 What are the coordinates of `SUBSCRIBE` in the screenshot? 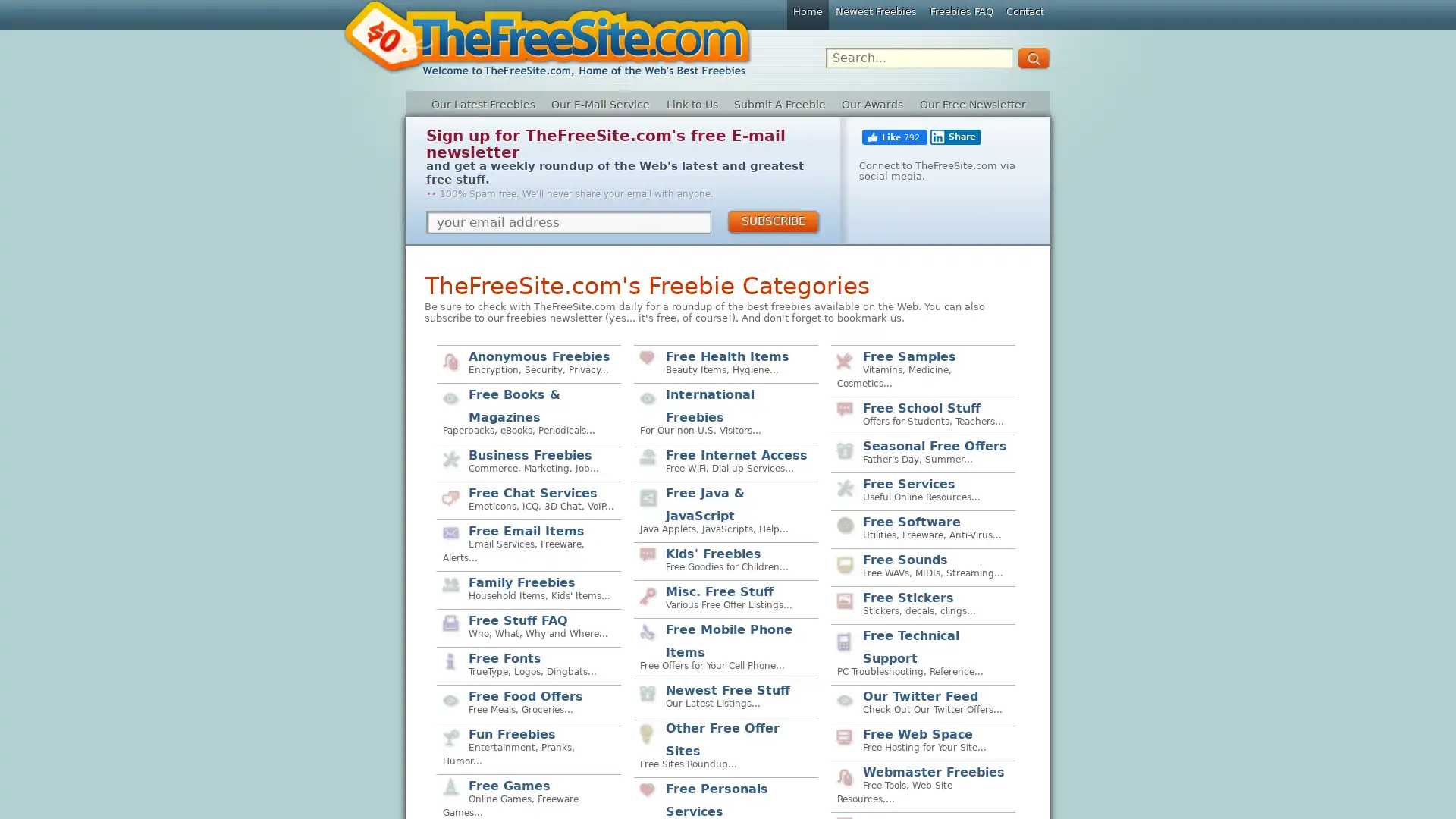 It's located at (773, 221).